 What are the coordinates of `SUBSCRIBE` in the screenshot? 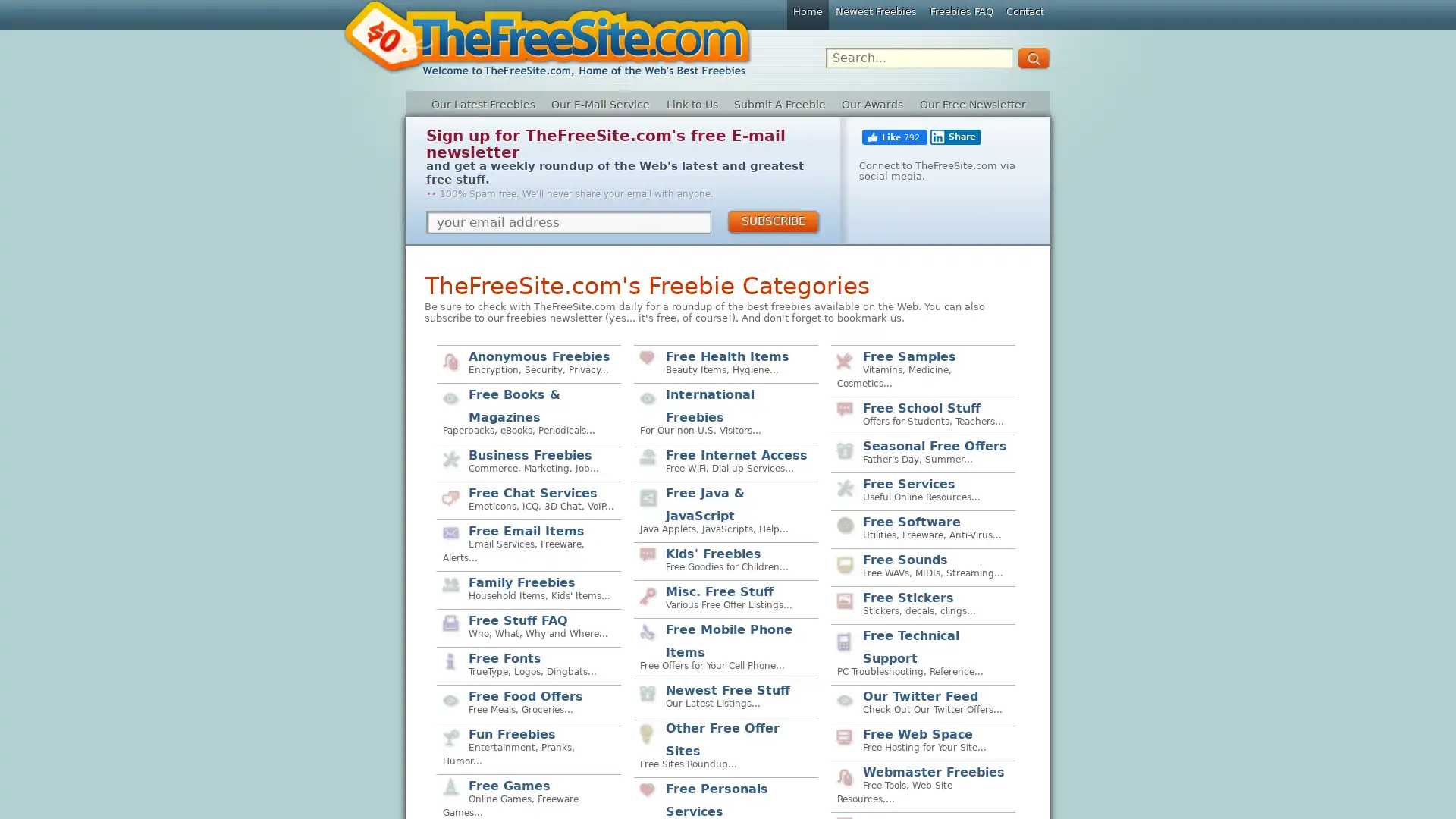 It's located at (773, 221).